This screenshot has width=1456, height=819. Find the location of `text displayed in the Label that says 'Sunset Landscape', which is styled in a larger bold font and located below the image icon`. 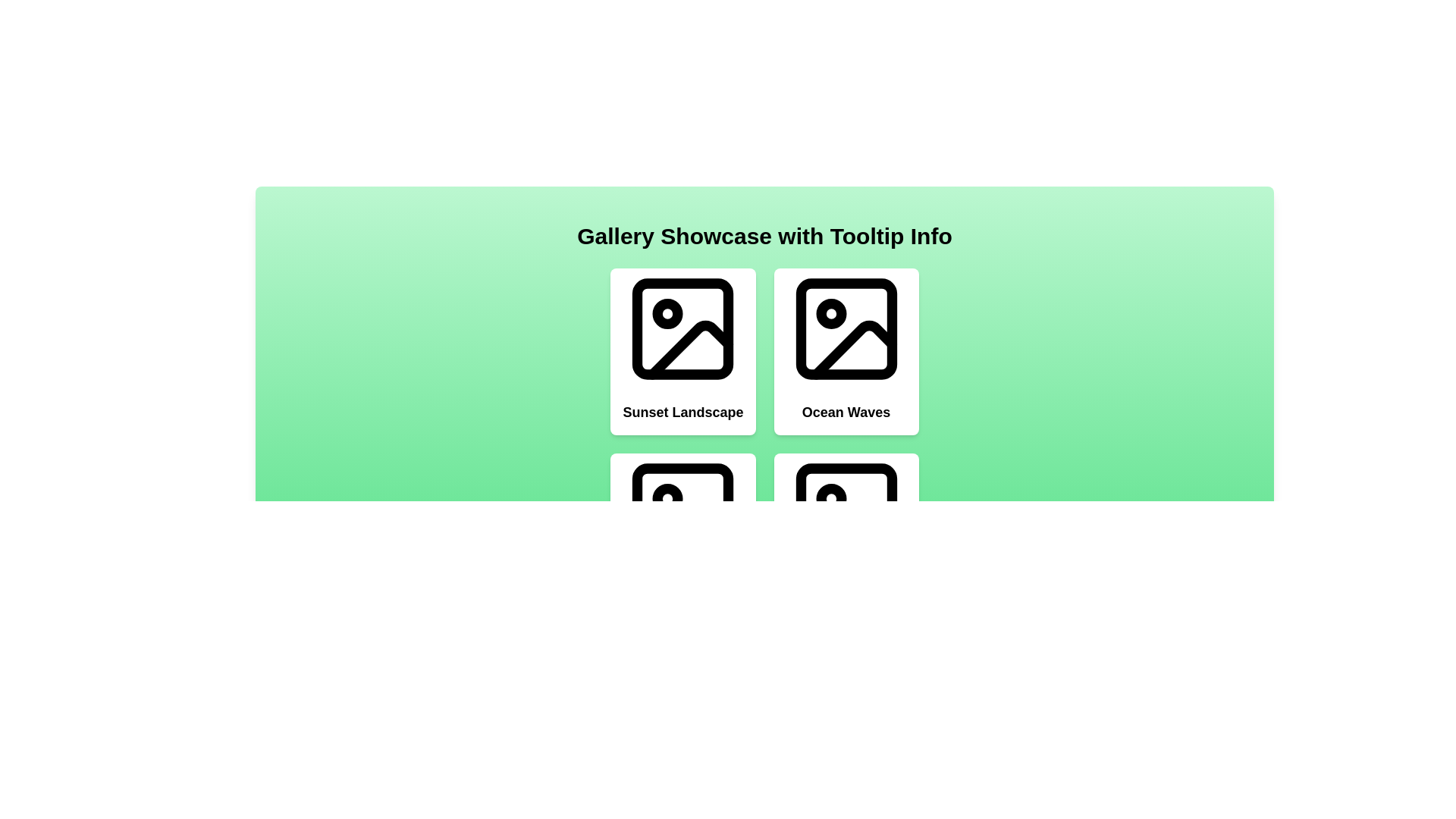

text displayed in the Label that says 'Sunset Landscape', which is styled in a larger bold font and located below the image icon is located at coordinates (682, 412).